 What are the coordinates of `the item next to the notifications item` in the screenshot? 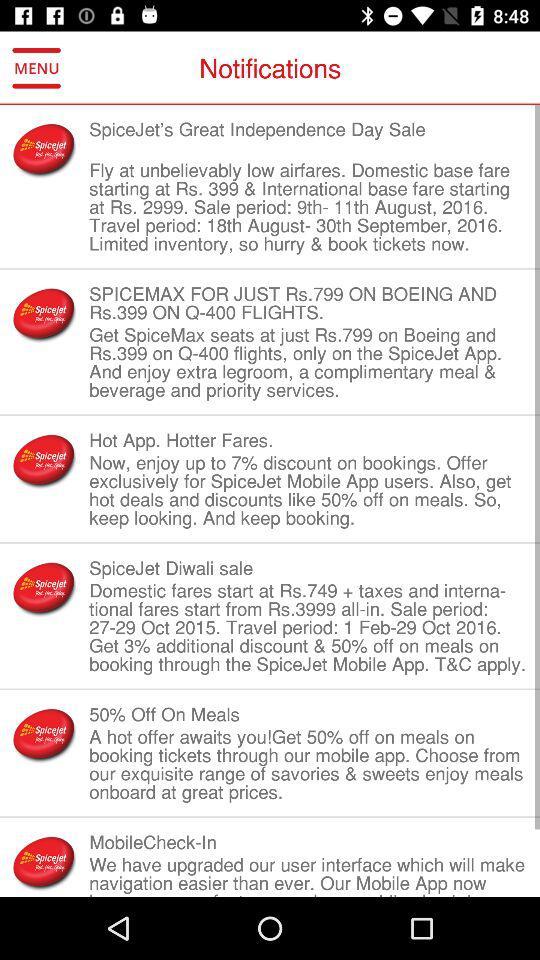 It's located at (36, 68).